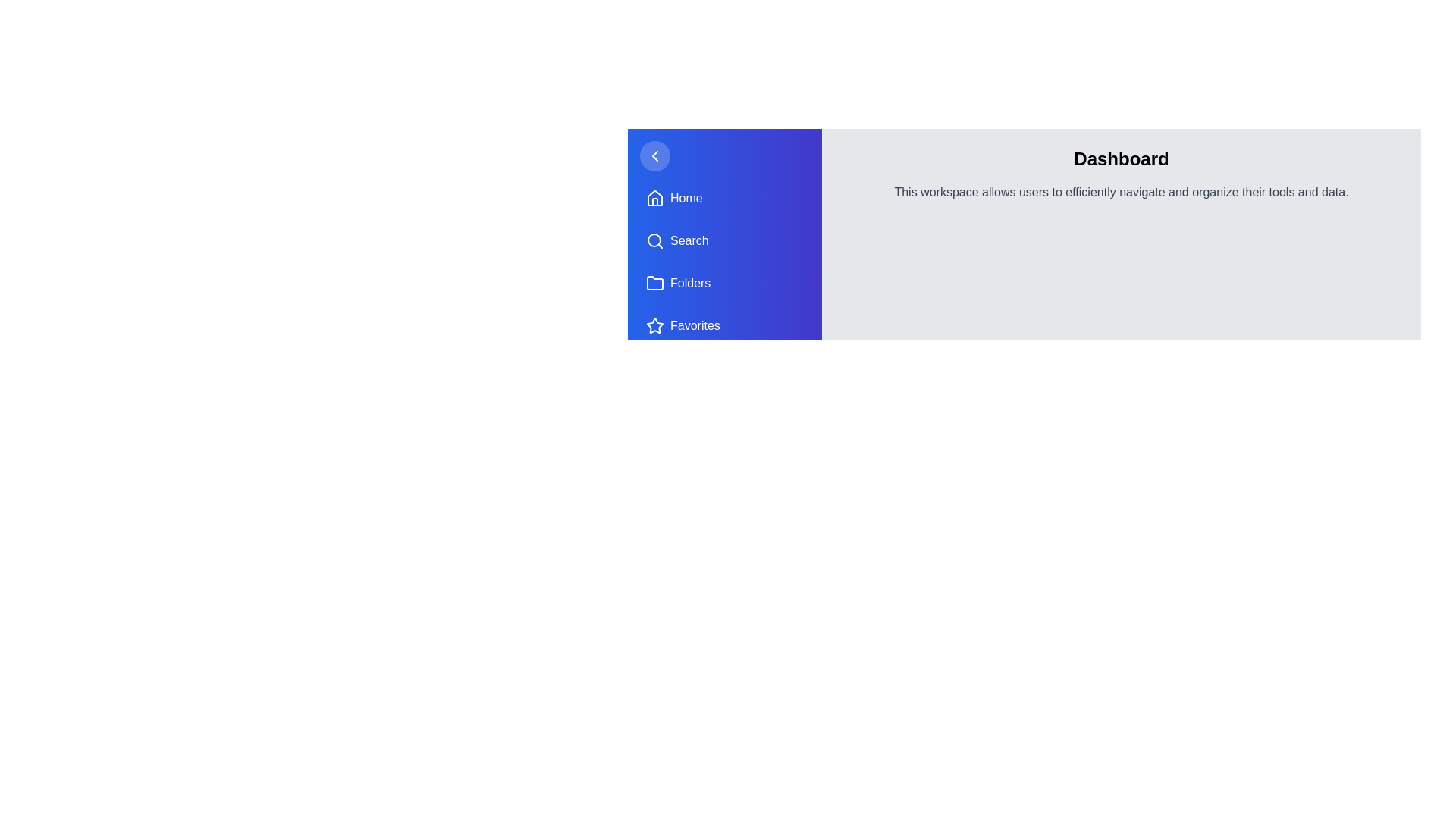 Image resolution: width=1456 pixels, height=819 pixels. Describe the element at coordinates (723, 240) in the screenshot. I see `the navigation item Search` at that location.